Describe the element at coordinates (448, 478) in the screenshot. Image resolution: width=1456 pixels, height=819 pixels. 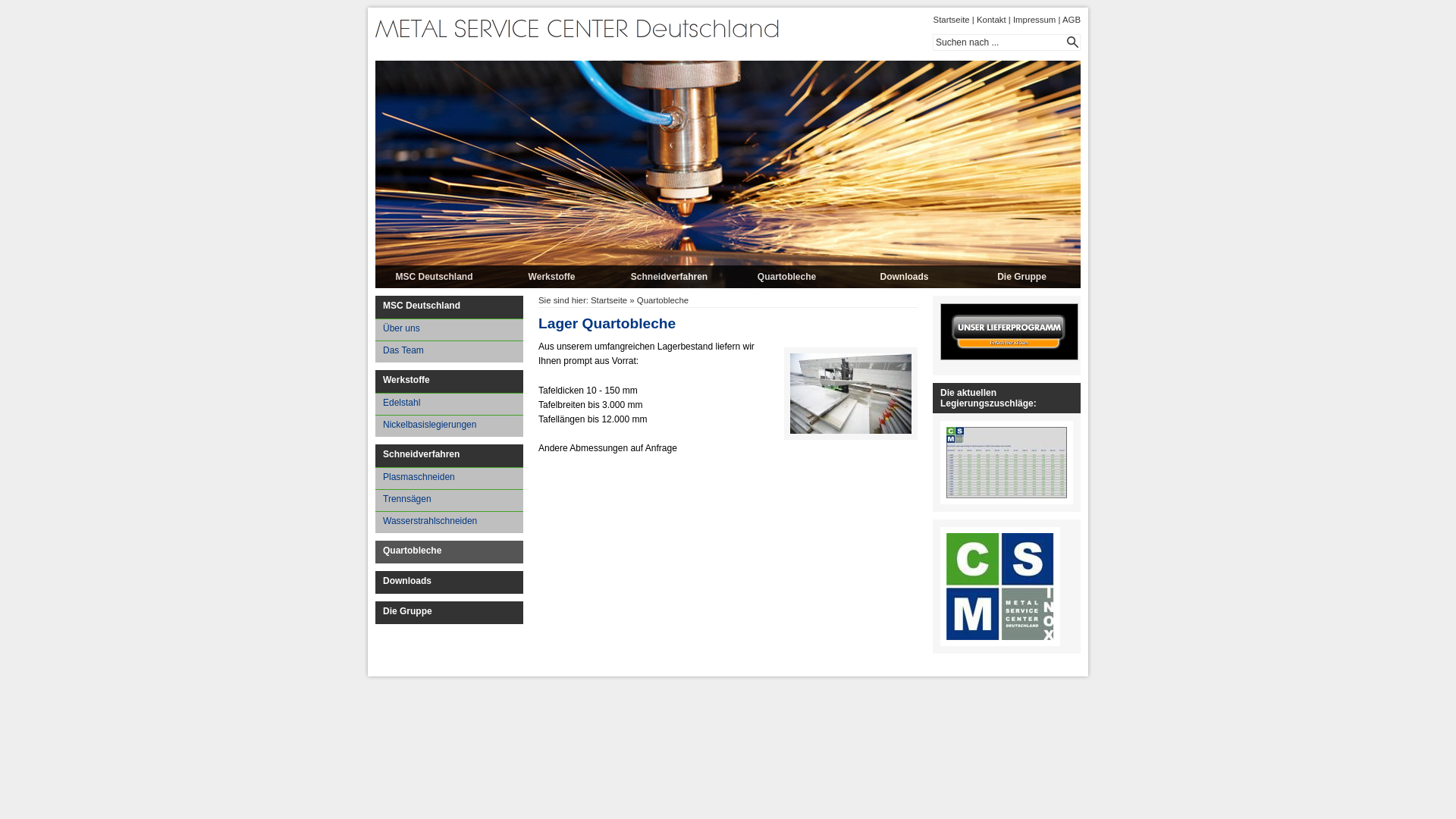
I see `'Plasmaschneiden'` at that location.